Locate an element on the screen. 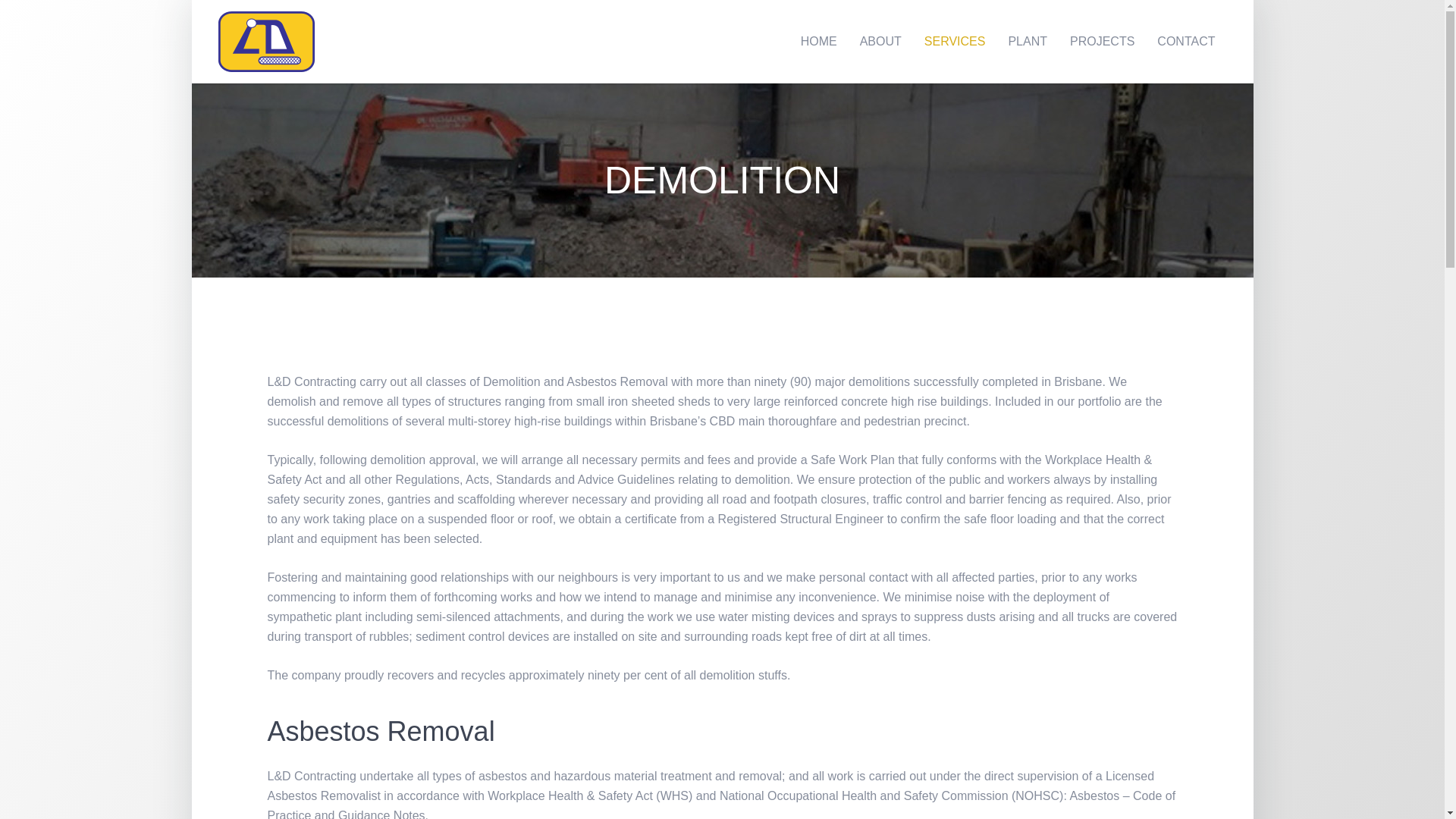 The image size is (1456, 819). 'PROJECTS' is located at coordinates (1102, 40).